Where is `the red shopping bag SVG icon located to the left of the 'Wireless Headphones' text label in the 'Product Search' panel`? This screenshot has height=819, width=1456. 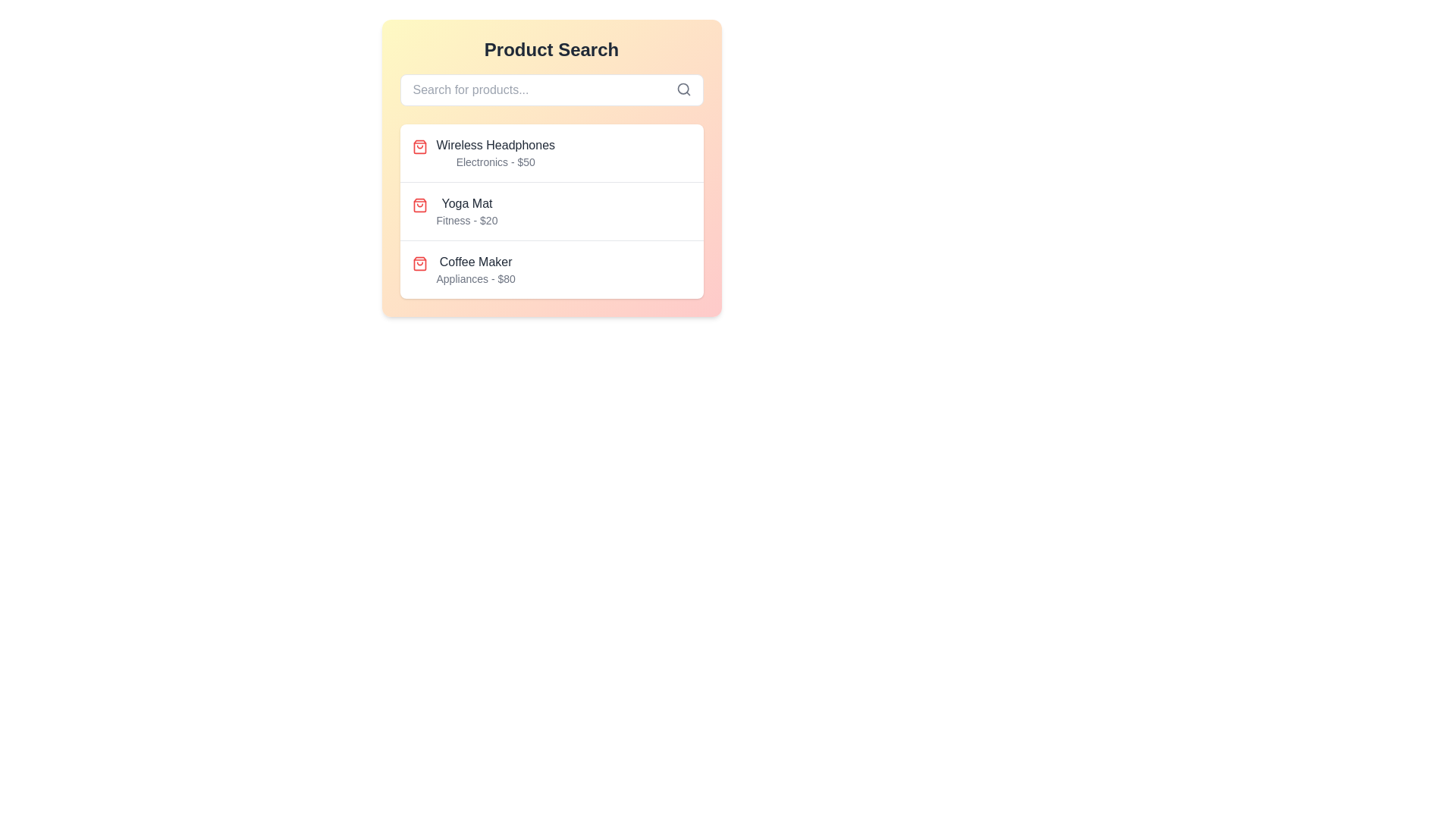
the red shopping bag SVG icon located to the left of the 'Wireless Headphones' text label in the 'Product Search' panel is located at coordinates (419, 146).